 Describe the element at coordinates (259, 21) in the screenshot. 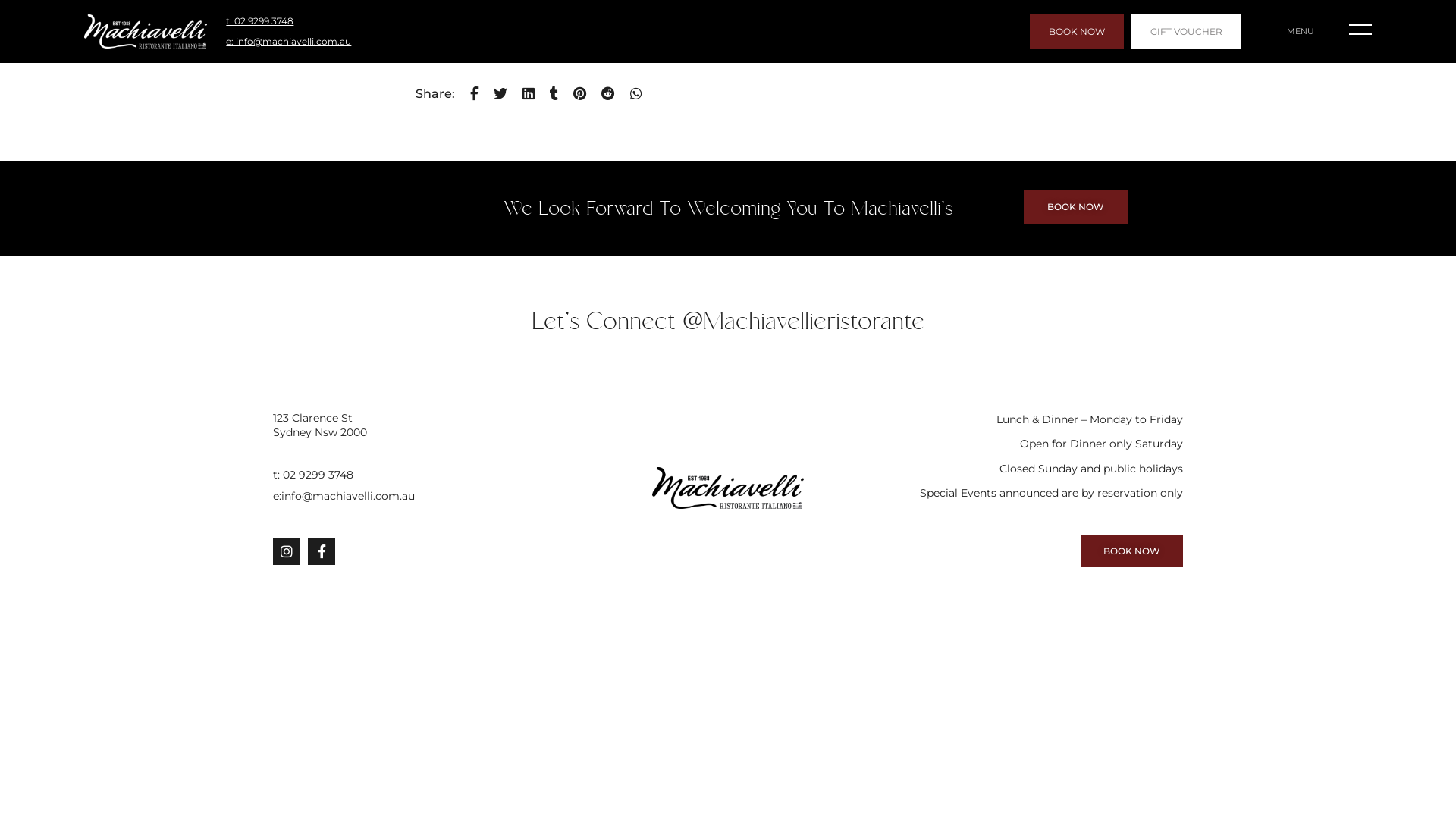

I see `'t: 02 9299 3748'` at that location.